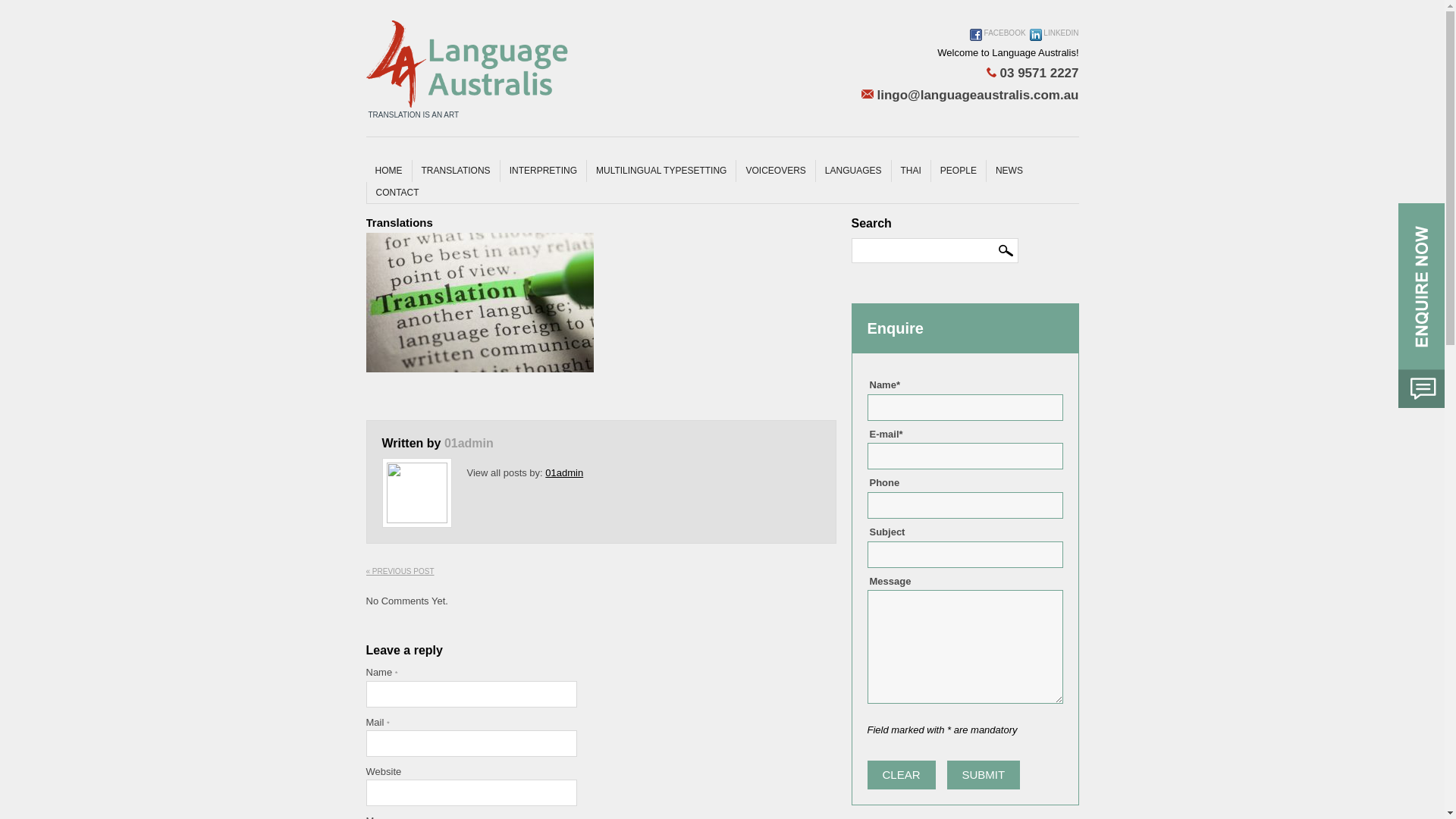  I want to click on 'LANGUAGES', so click(852, 171).